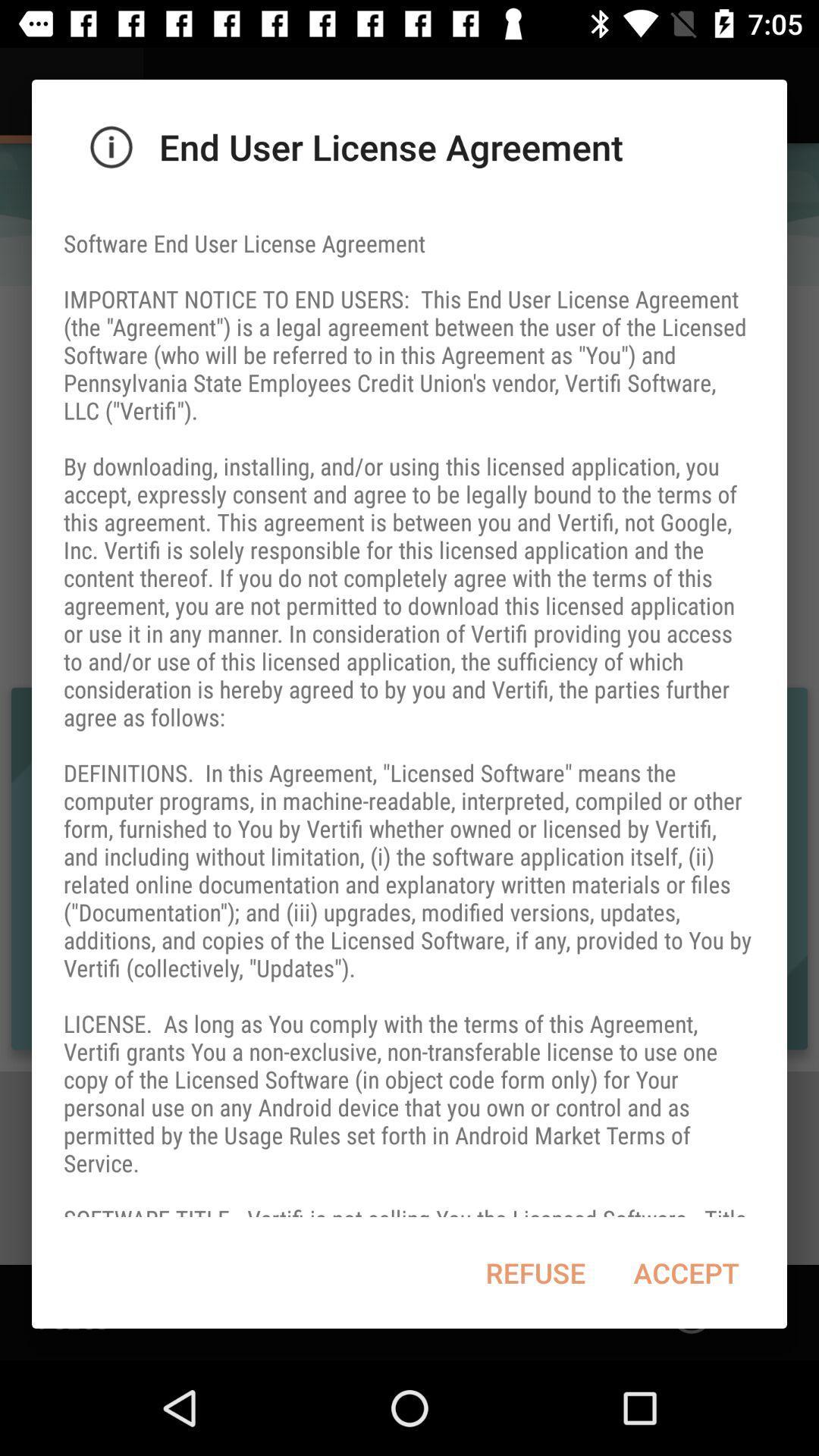  Describe the element at coordinates (686, 1272) in the screenshot. I see `accept at the bottom right corner` at that location.